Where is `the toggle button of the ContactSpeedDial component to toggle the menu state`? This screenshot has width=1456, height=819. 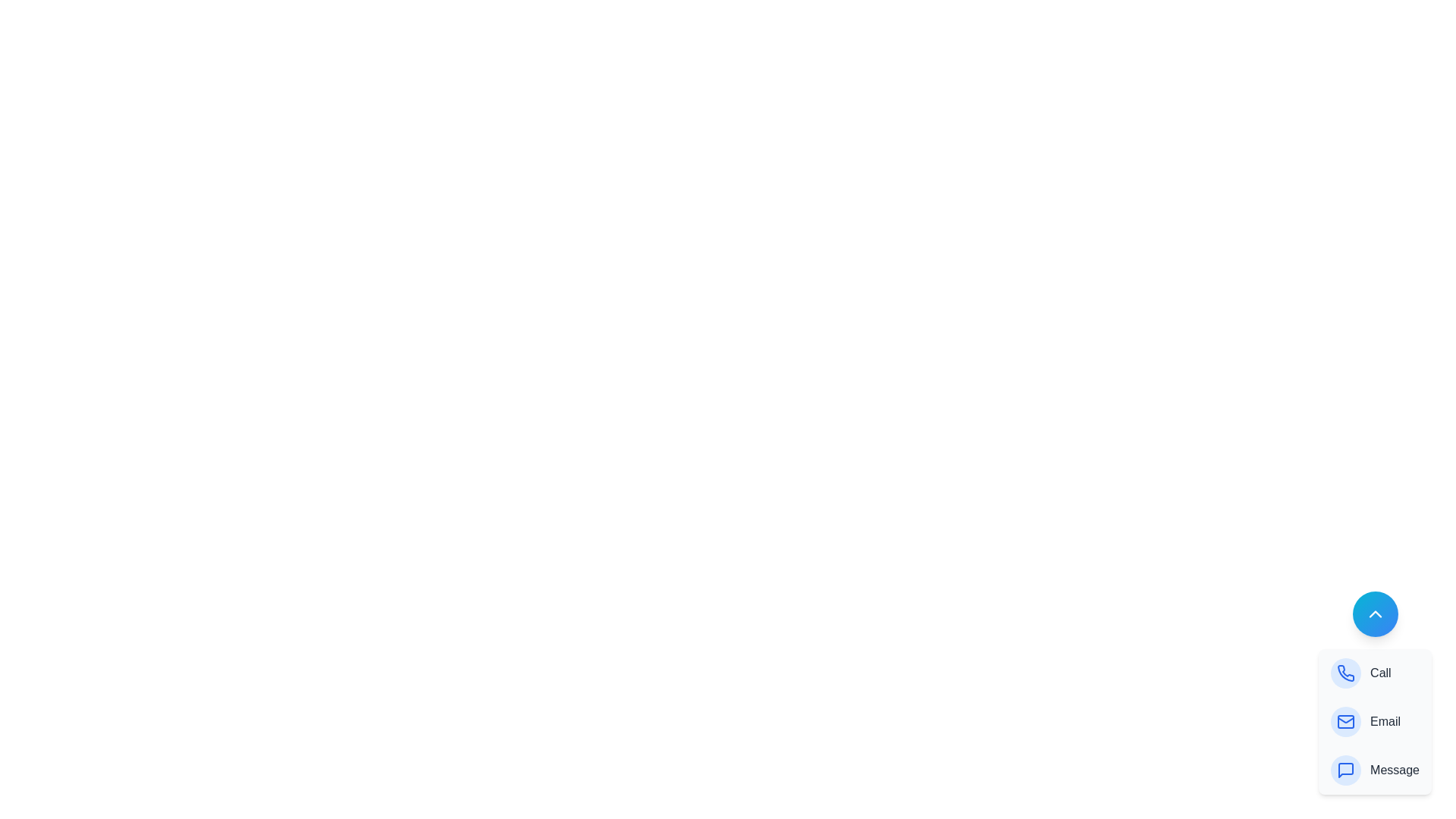 the toggle button of the ContactSpeedDial component to toggle the menu state is located at coordinates (1375, 614).